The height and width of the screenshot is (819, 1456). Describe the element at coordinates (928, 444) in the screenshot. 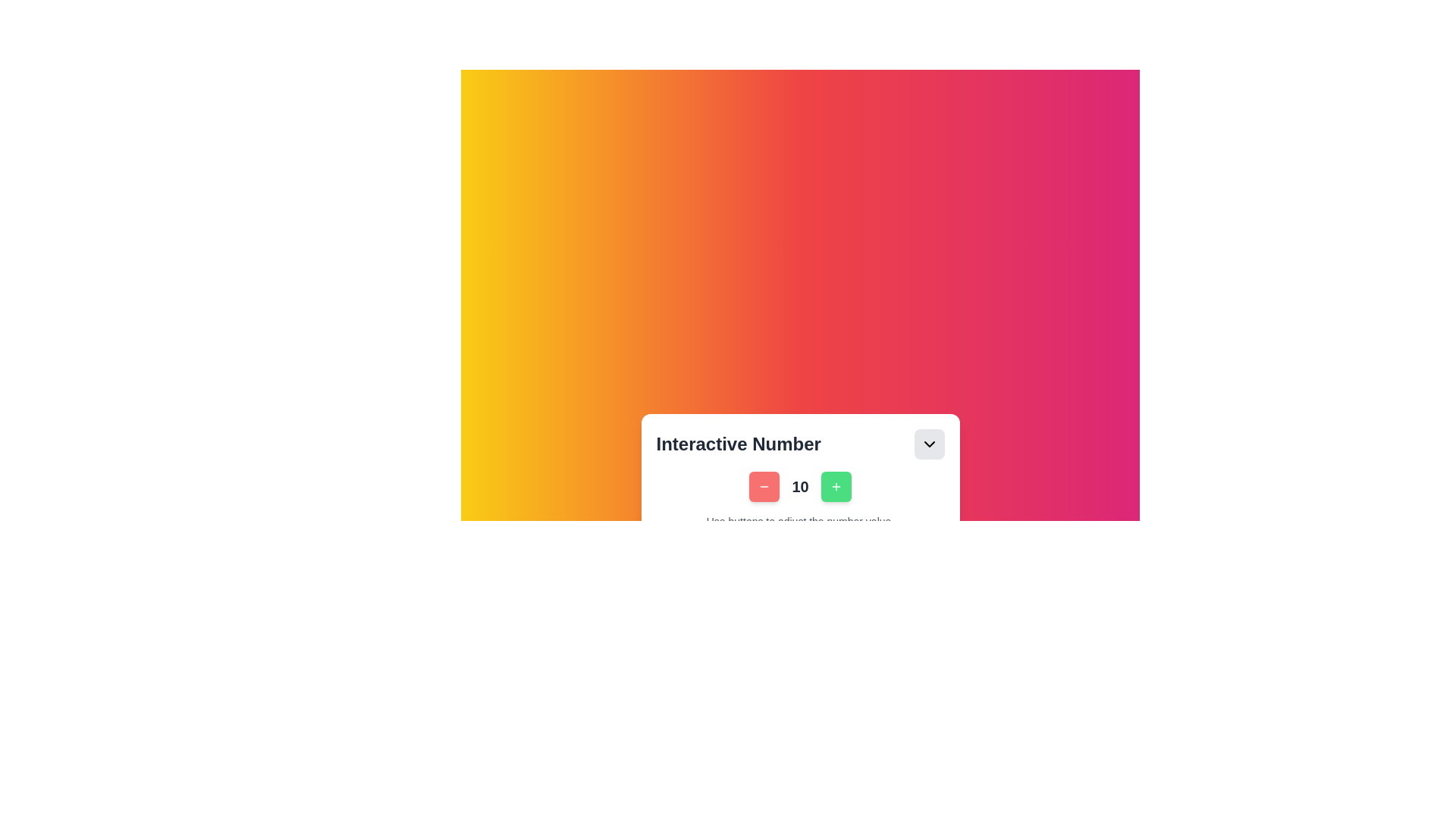

I see `the downward-facing chevron icon located in the top-right corner of the 'Interactive Number' card` at that location.